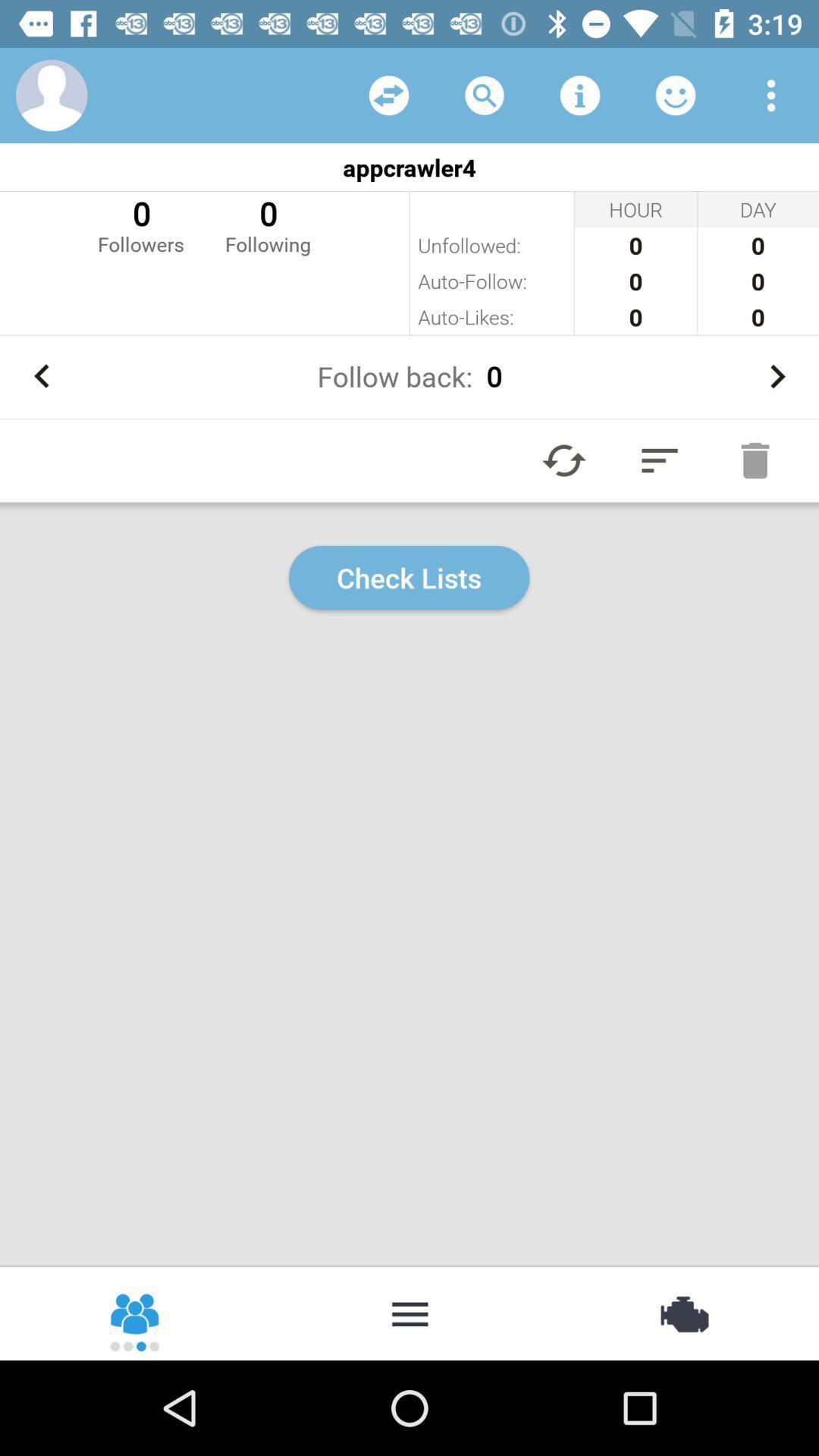  Describe the element at coordinates (267, 224) in the screenshot. I see `item next to the 0` at that location.